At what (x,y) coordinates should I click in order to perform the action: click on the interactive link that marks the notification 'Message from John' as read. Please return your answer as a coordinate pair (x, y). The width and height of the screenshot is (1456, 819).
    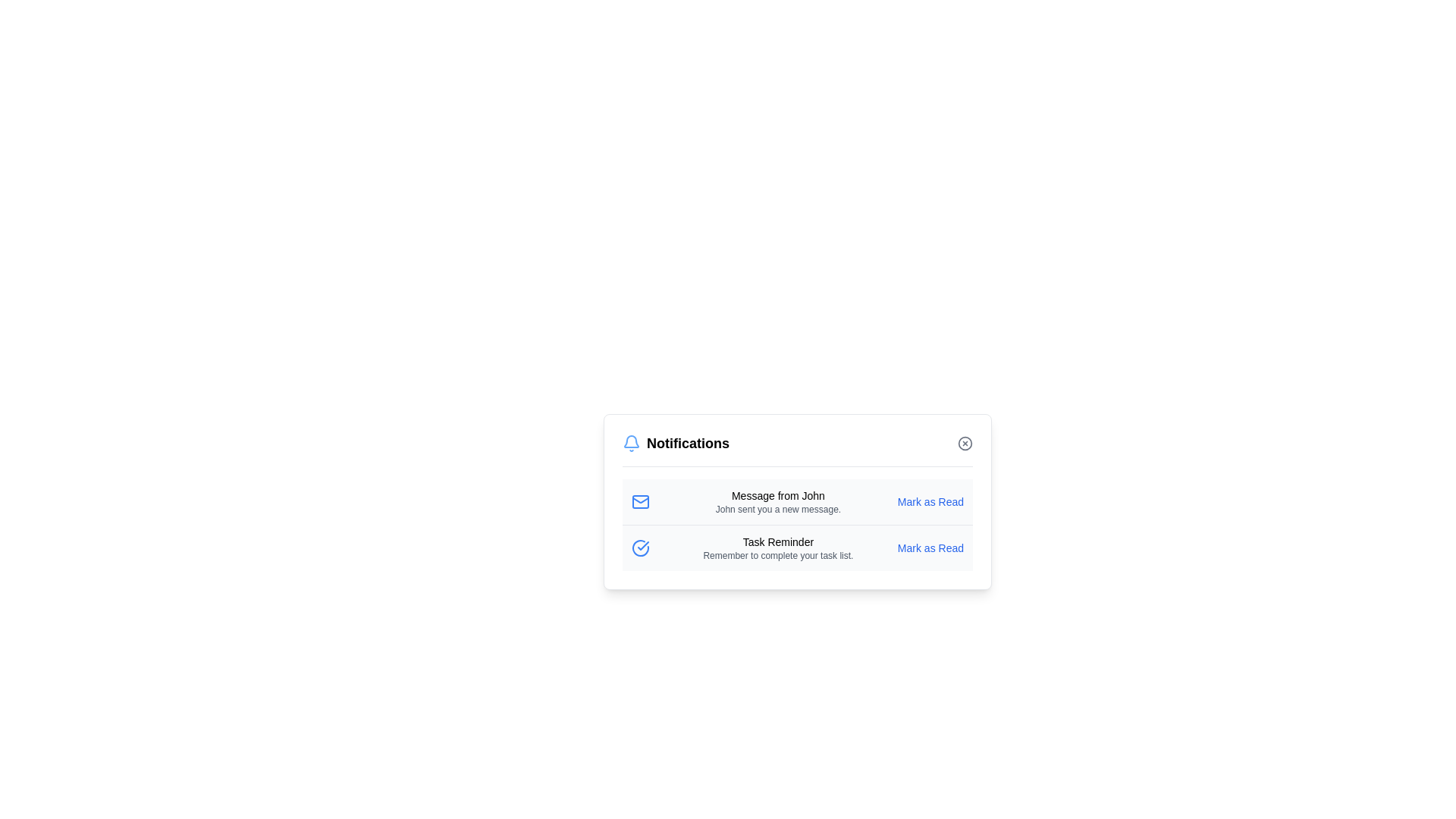
    Looking at the image, I should click on (930, 502).